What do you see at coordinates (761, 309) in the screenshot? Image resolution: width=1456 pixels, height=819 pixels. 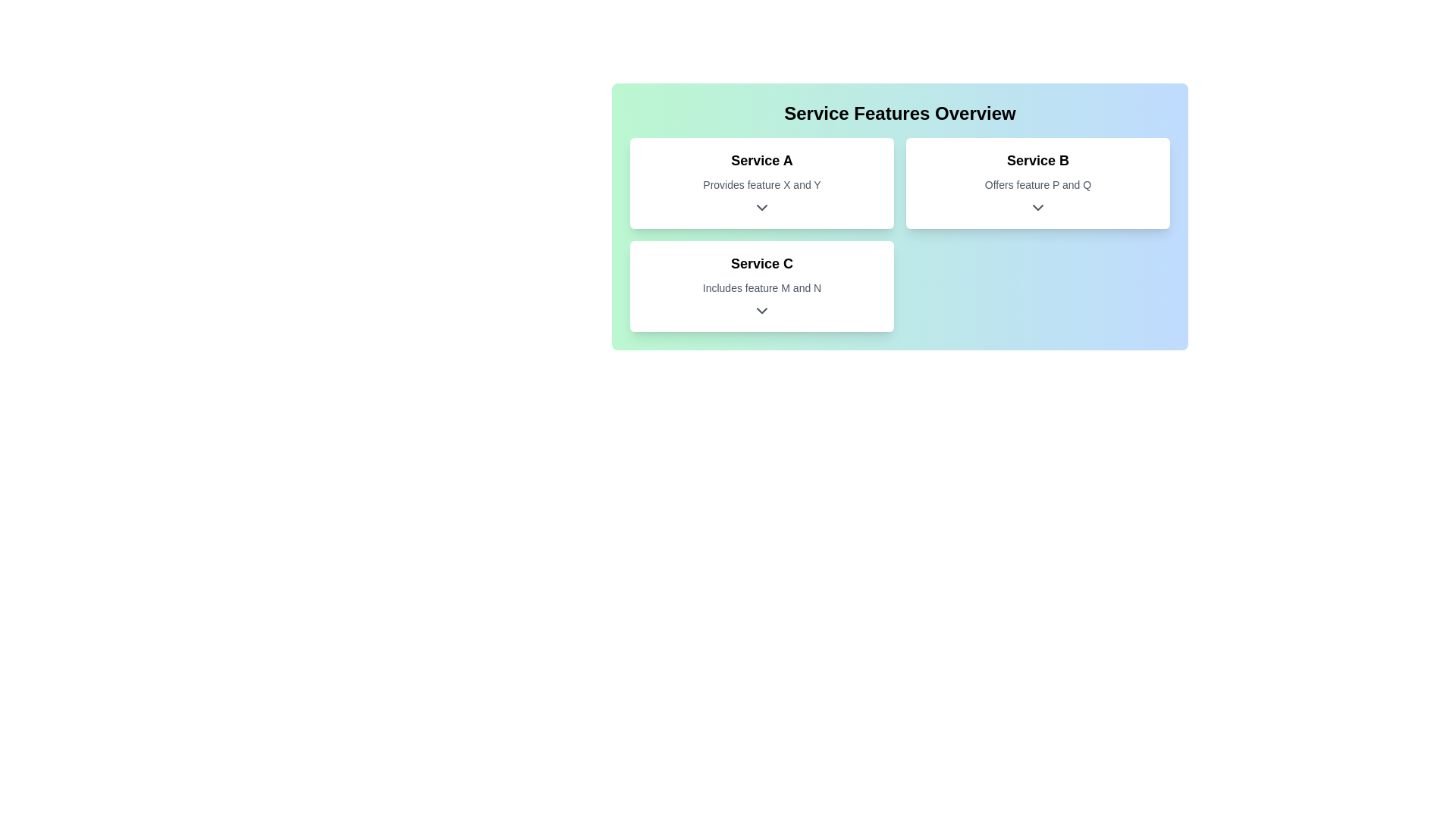 I see `the Icon button for details toggle, which is a chevron located below the text 'Includes feature M and N' in the card for 'Service C'` at bounding box center [761, 309].